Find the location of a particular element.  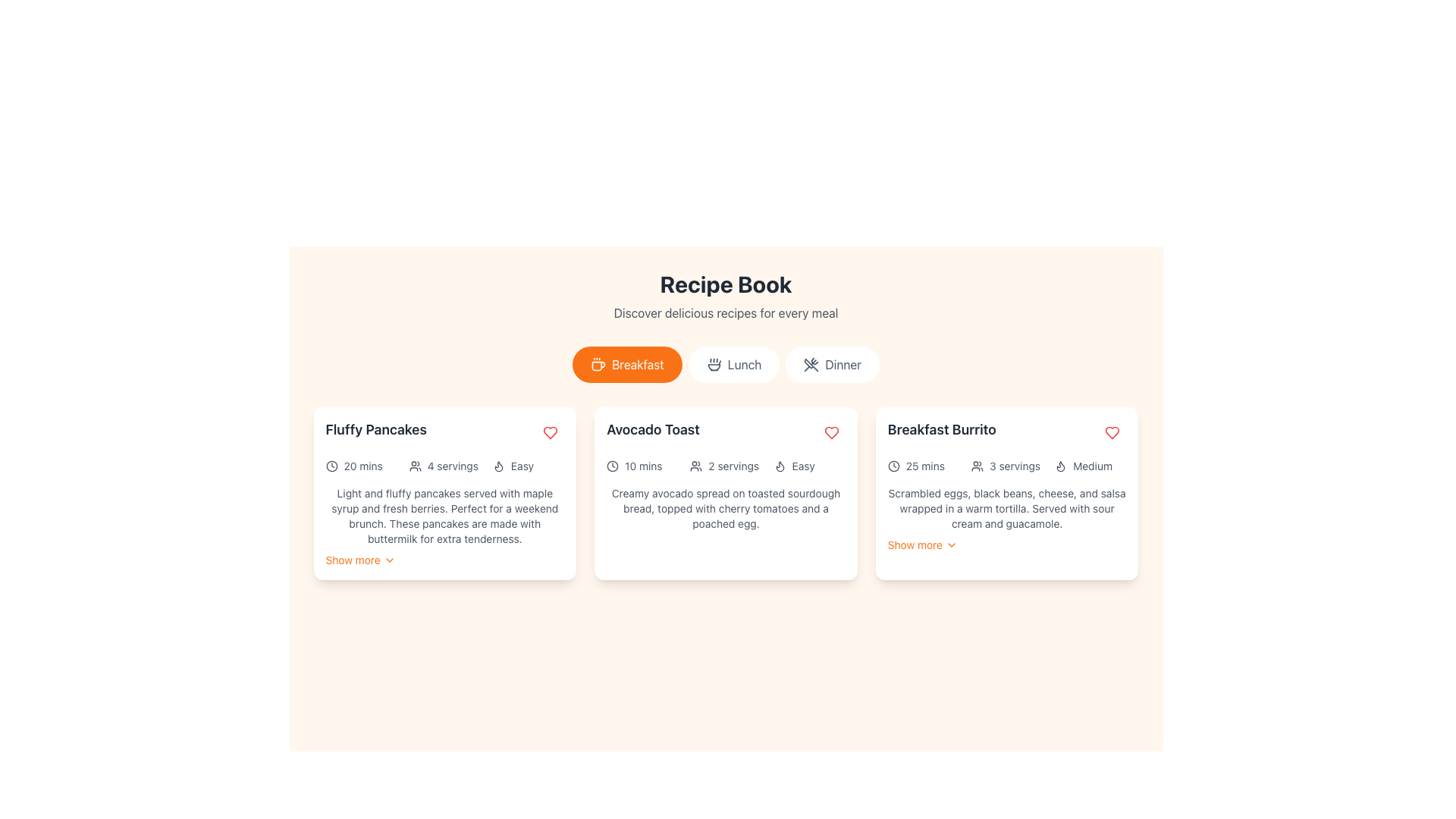

the third recipe card in the grid layout to read the description of the recipe it previews is located at coordinates (1007, 494).